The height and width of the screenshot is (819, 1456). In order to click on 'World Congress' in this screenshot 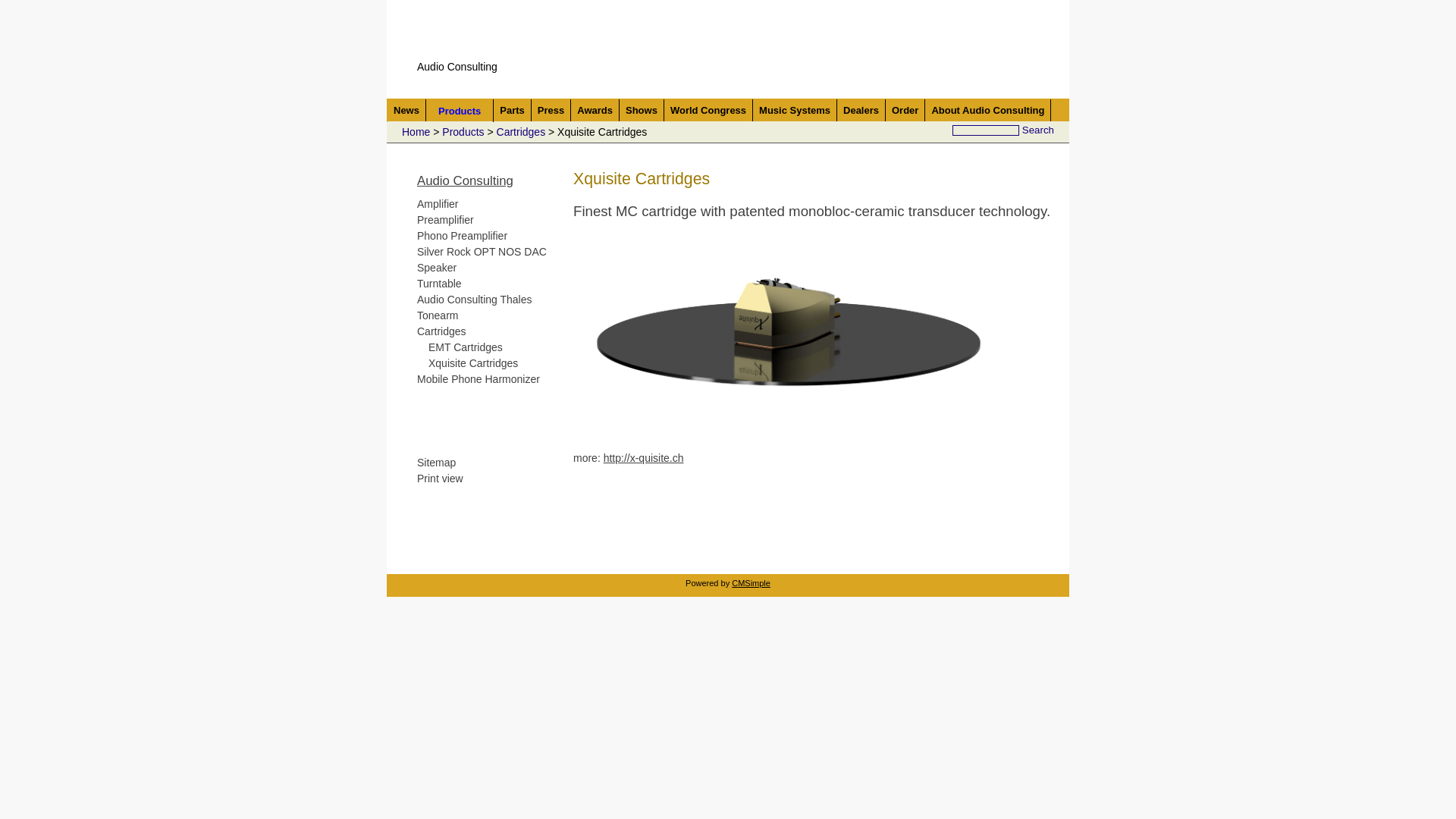, I will do `click(708, 109)`.